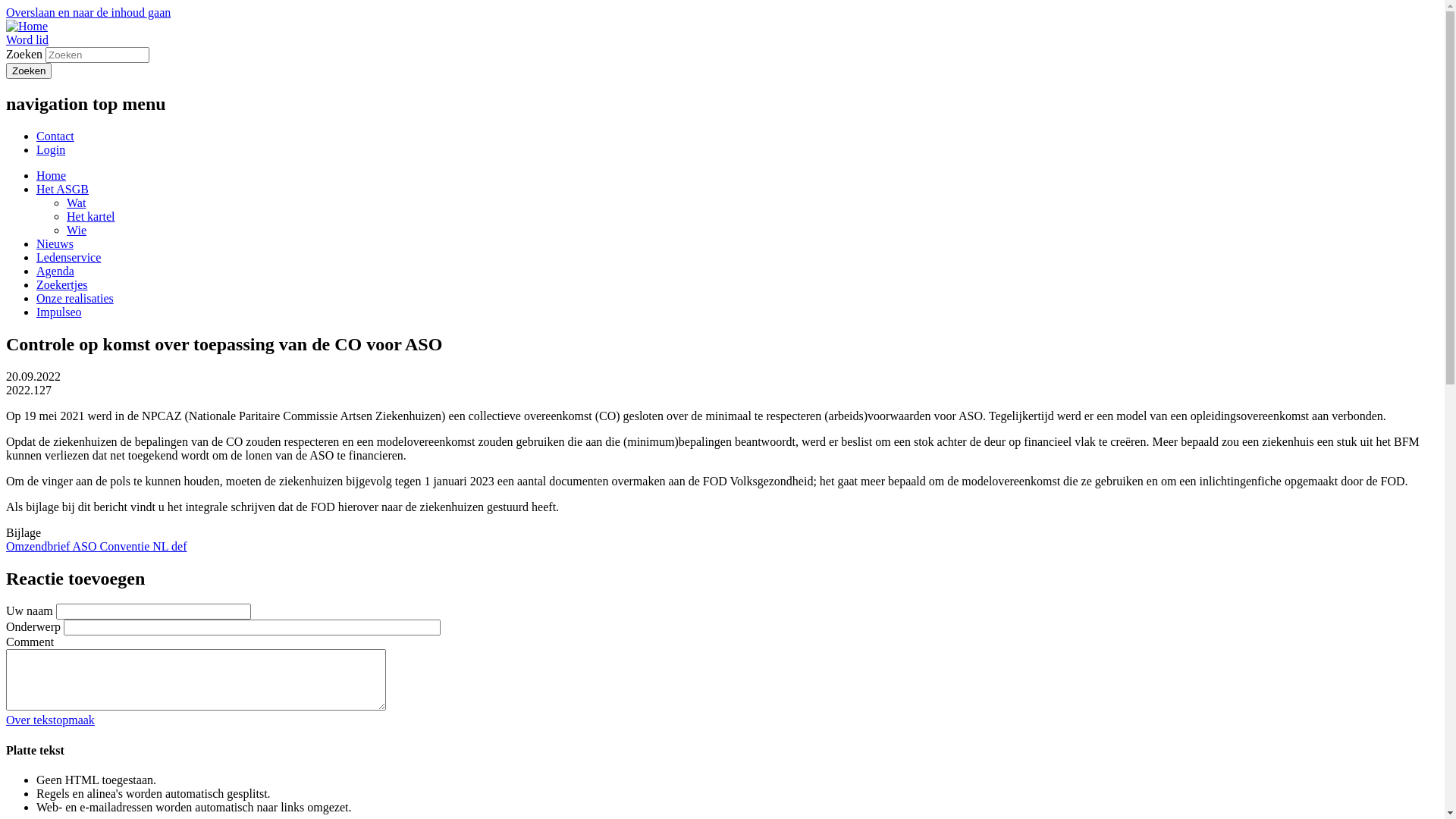 This screenshot has width=1456, height=819. What do you see at coordinates (36, 243) in the screenshot?
I see `'Nieuws'` at bounding box center [36, 243].